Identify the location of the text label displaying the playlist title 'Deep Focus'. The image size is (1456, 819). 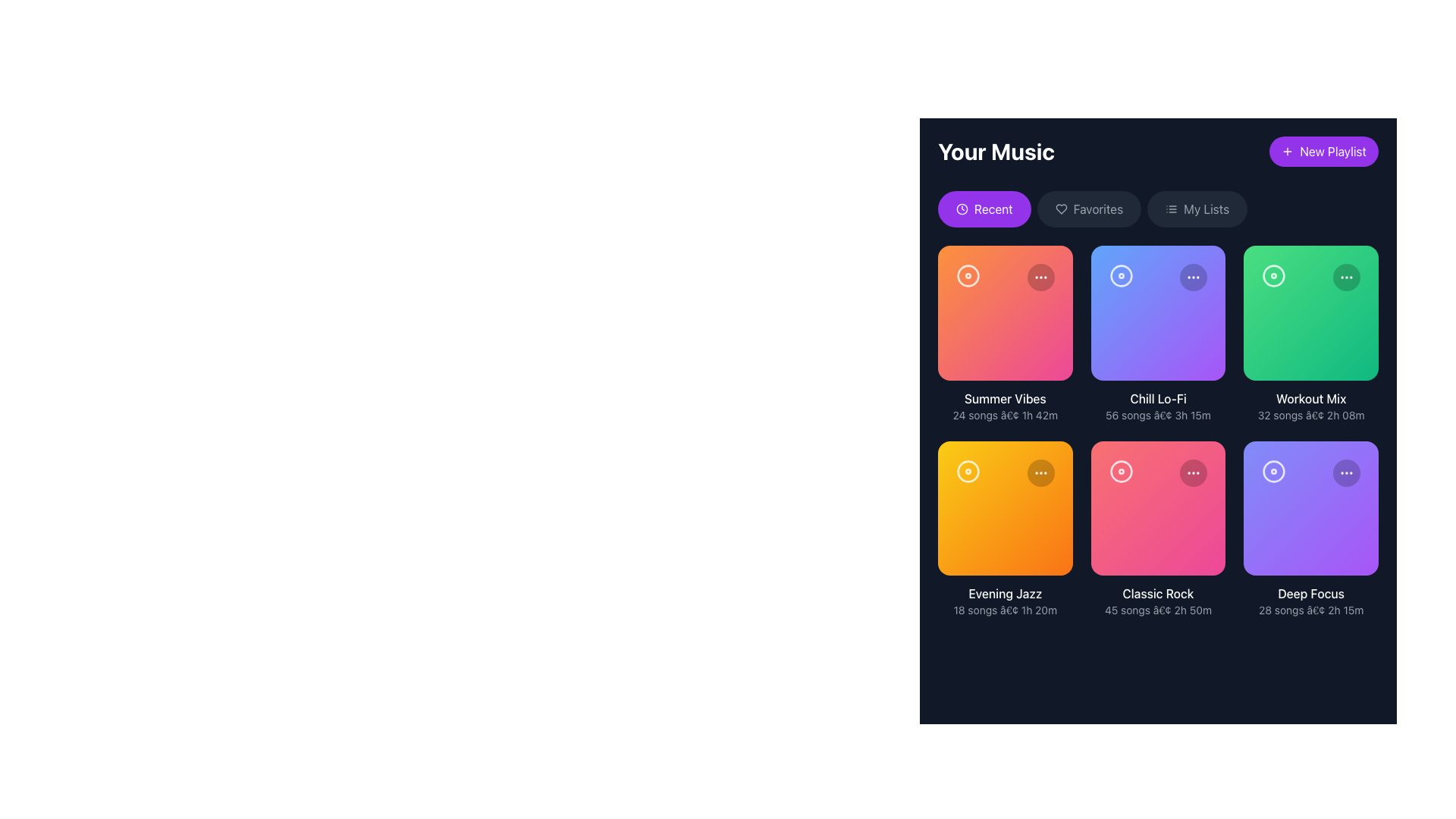
(1310, 593).